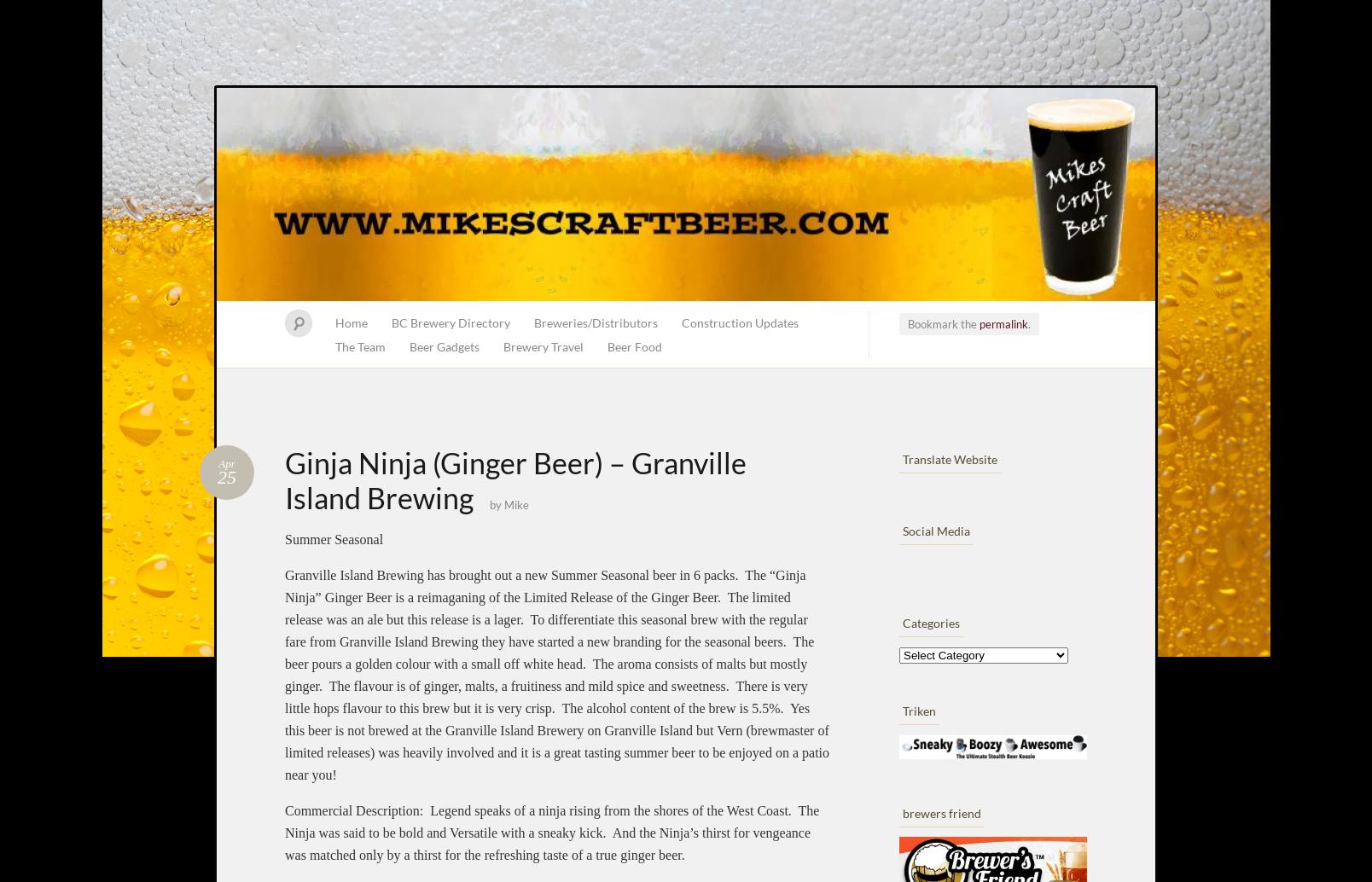 The width and height of the screenshot is (1372, 882). Describe the element at coordinates (359, 345) in the screenshot. I see `'The Team'` at that location.